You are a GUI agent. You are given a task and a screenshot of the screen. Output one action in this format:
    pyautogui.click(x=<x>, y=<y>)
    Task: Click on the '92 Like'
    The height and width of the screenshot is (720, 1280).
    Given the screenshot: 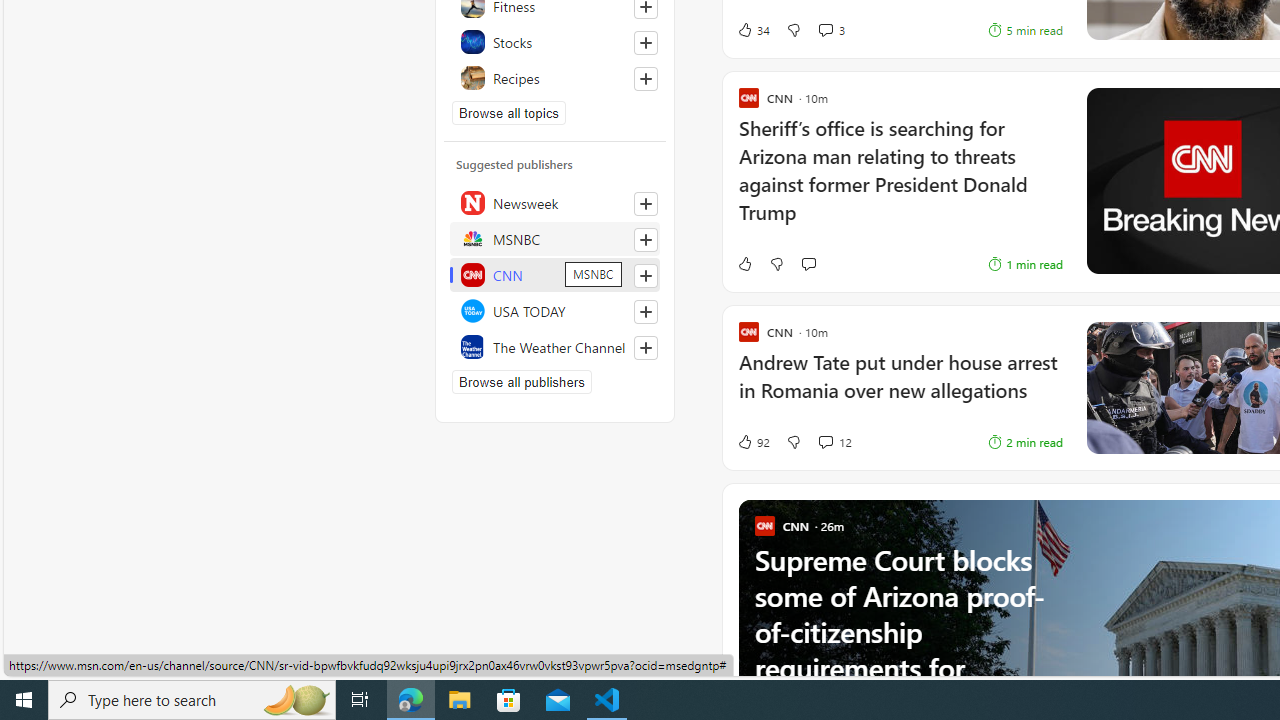 What is the action you would take?
    pyautogui.click(x=752, y=441)
    